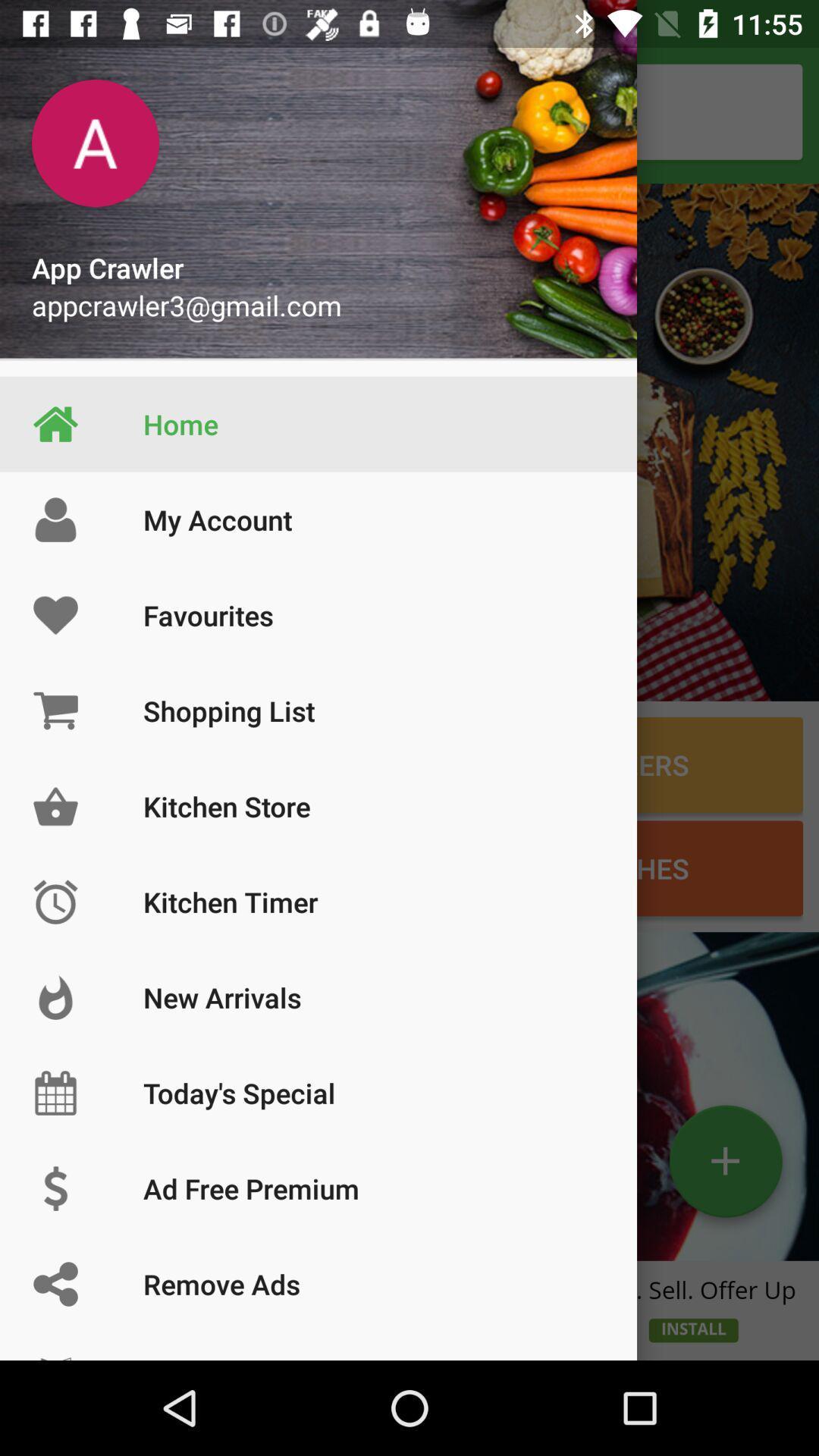 The image size is (819, 1456). I want to click on the add icon, so click(724, 1166).